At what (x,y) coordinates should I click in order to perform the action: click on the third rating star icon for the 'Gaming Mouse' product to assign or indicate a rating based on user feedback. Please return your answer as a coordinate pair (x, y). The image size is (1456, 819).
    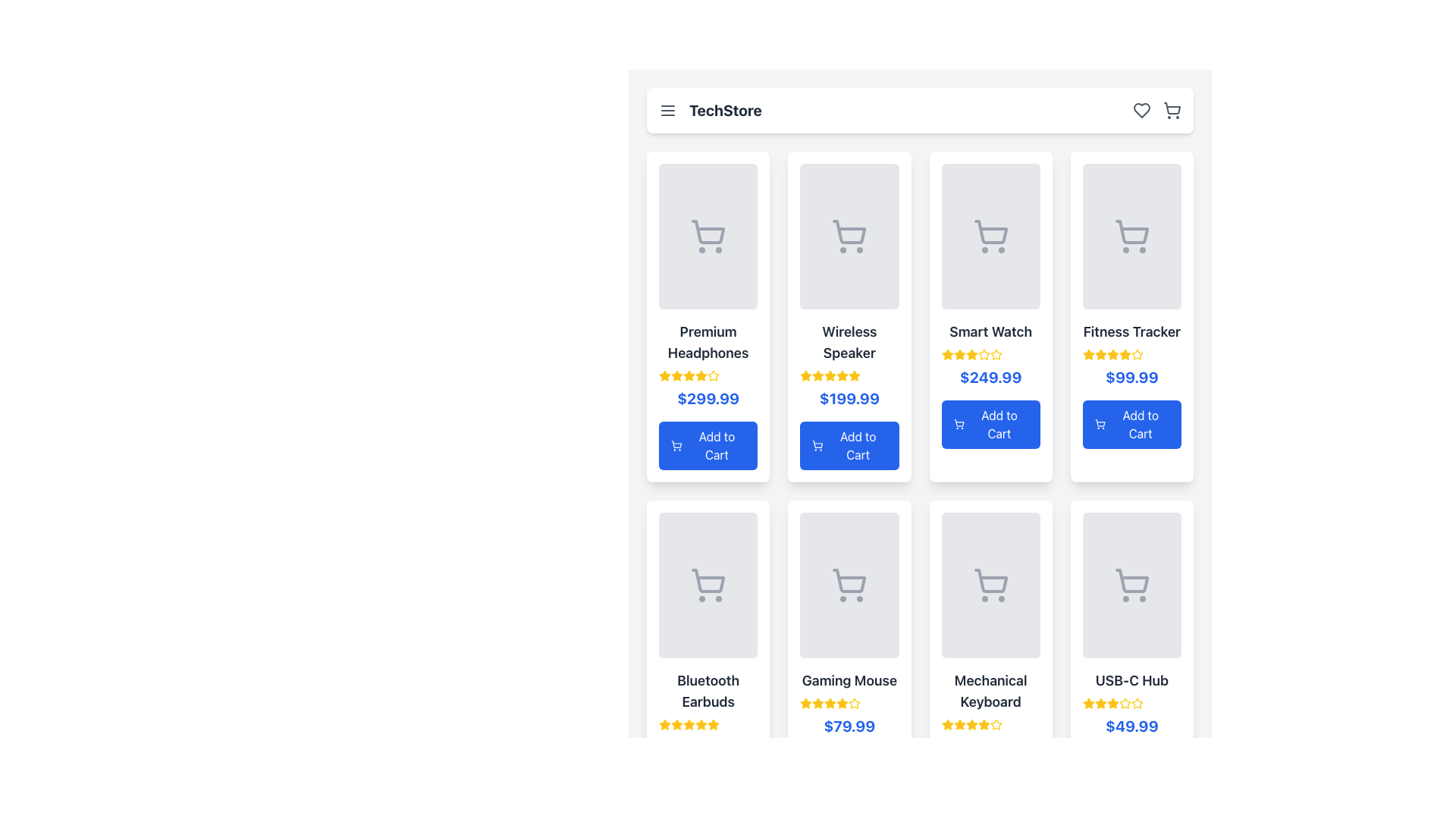
    Looking at the image, I should click on (817, 702).